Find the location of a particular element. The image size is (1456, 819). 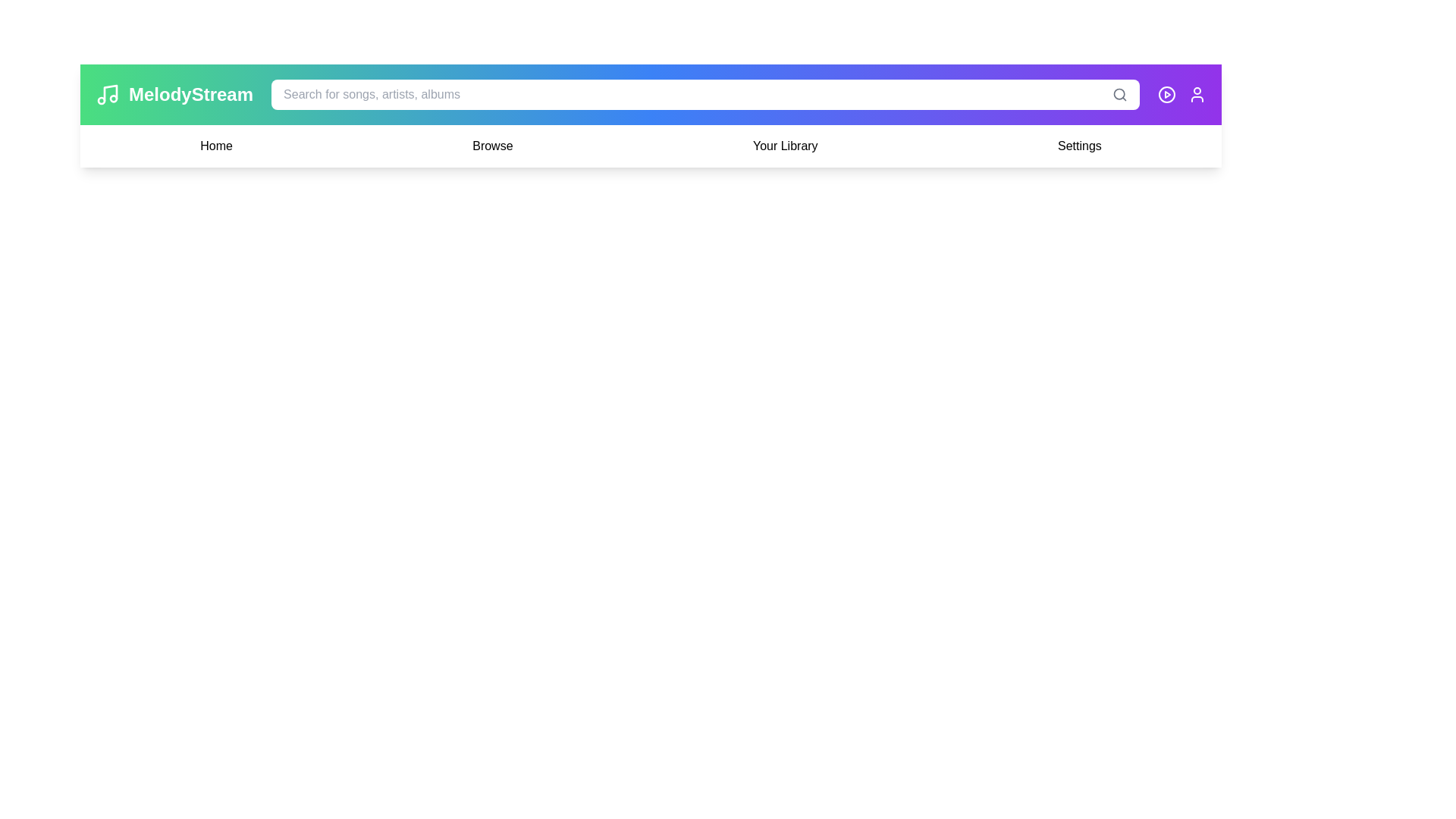

the Your Library text label to navigate or trigger the associated action is located at coordinates (785, 146).